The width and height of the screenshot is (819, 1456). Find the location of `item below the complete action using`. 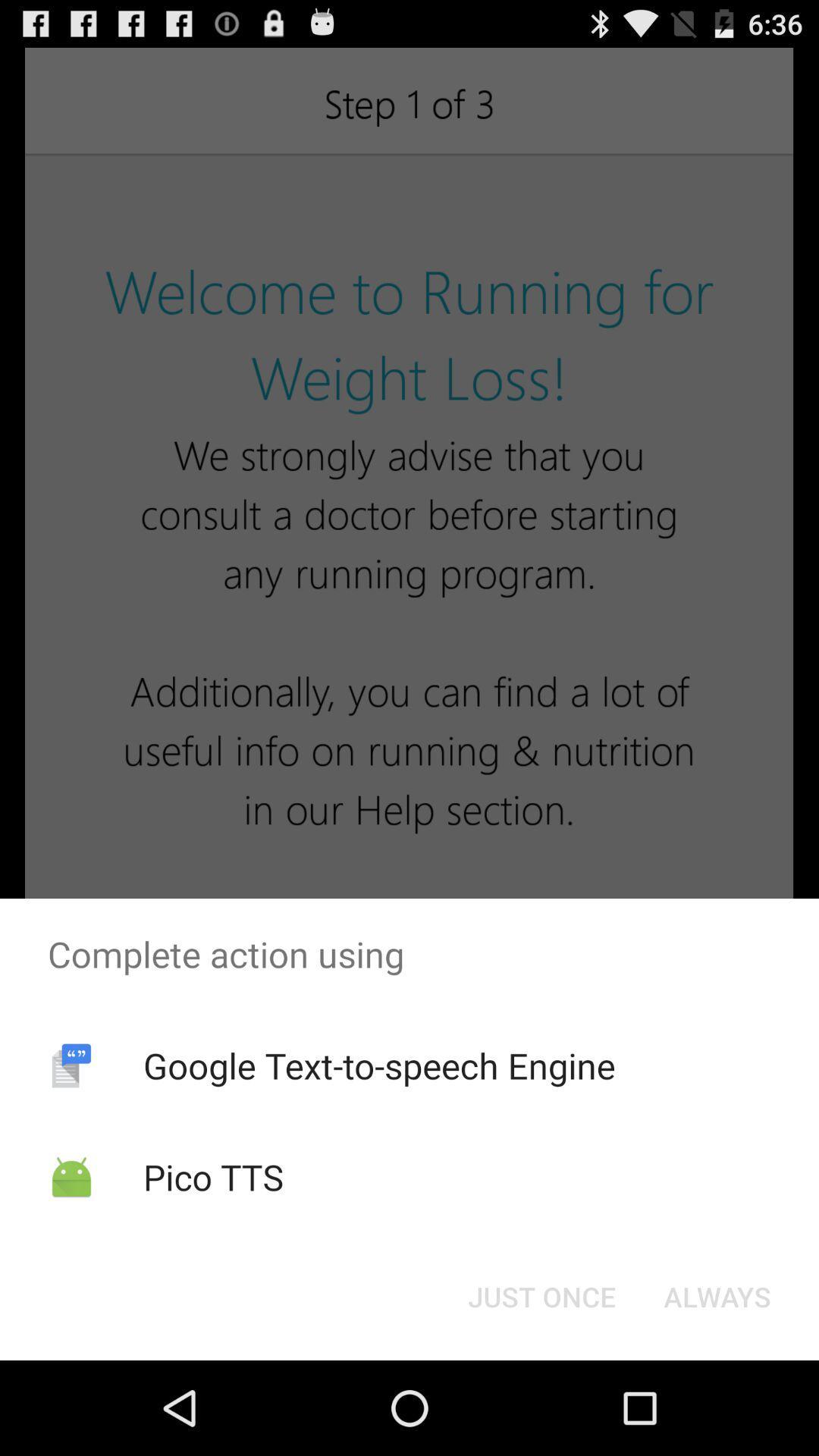

item below the complete action using is located at coordinates (378, 1065).